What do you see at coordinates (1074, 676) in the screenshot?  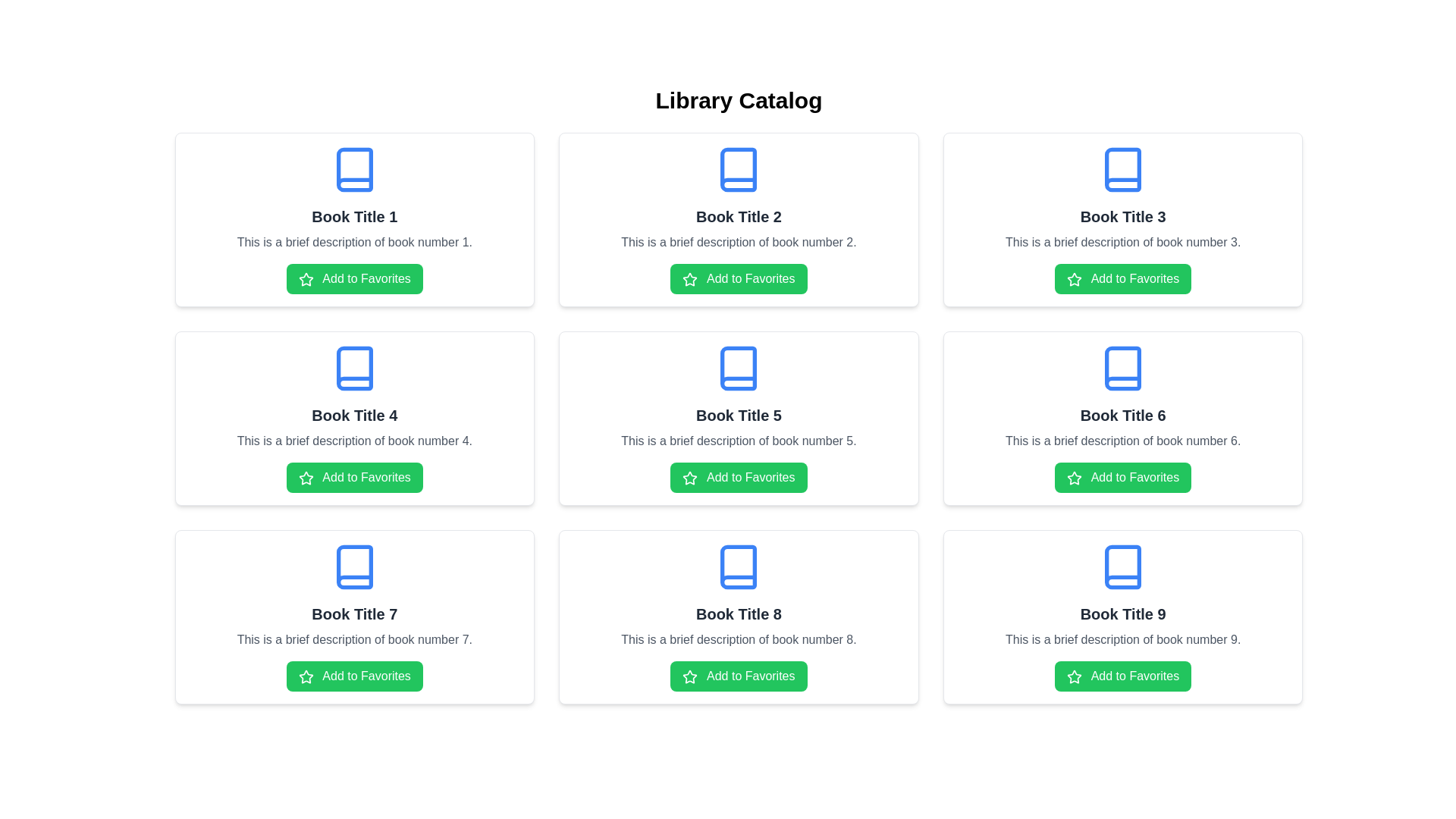 I see `the star icon that indicates 'Add to Favorites' for the book titled 'Book Title 9', located in the bottom-right corner of the grid layout` at bounding box center [1074, 676].